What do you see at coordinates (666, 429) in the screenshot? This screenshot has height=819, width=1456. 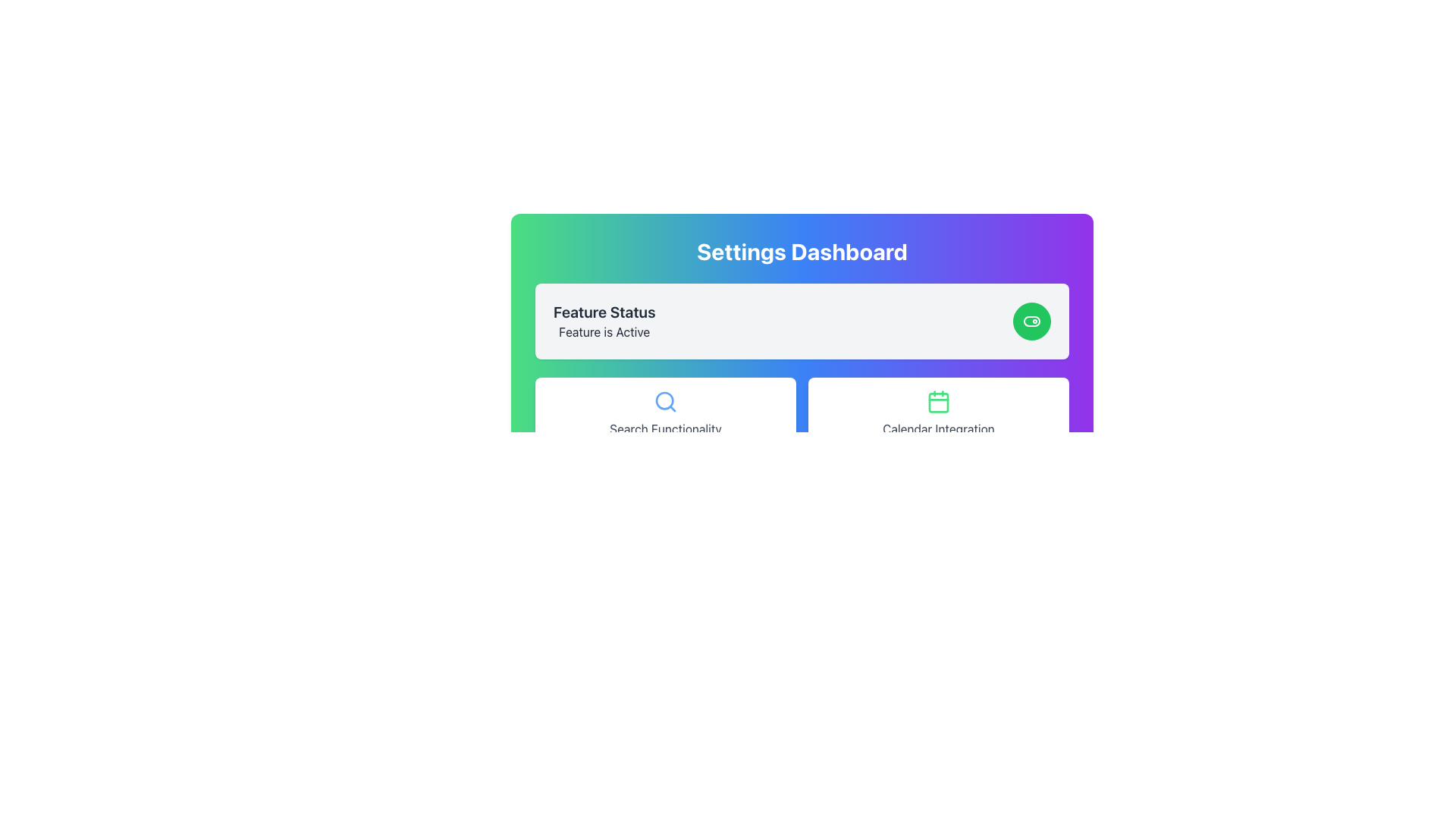 I see `text label 'Search Functionality' that is styled with a centered alignment and located below a magnifying glass icon` at bounding box center [666, 429].